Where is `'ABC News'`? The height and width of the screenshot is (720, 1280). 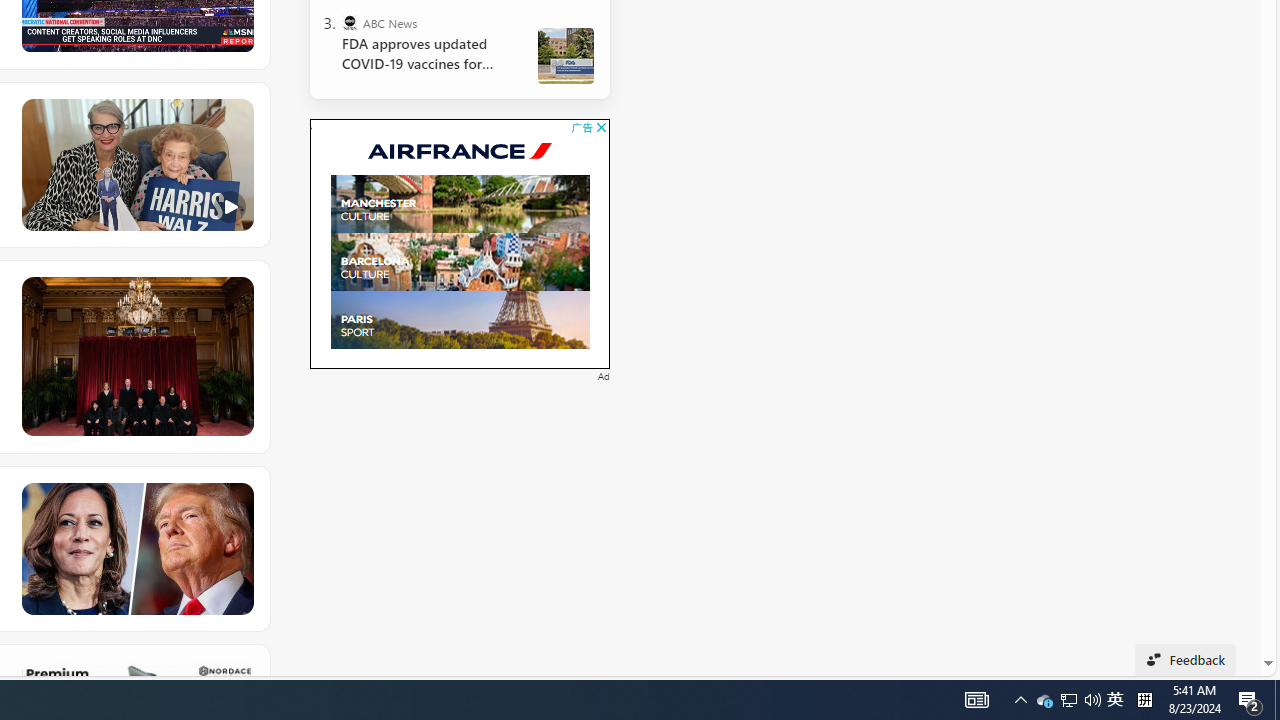
'ABC News' is located at coordinates (350, 23).